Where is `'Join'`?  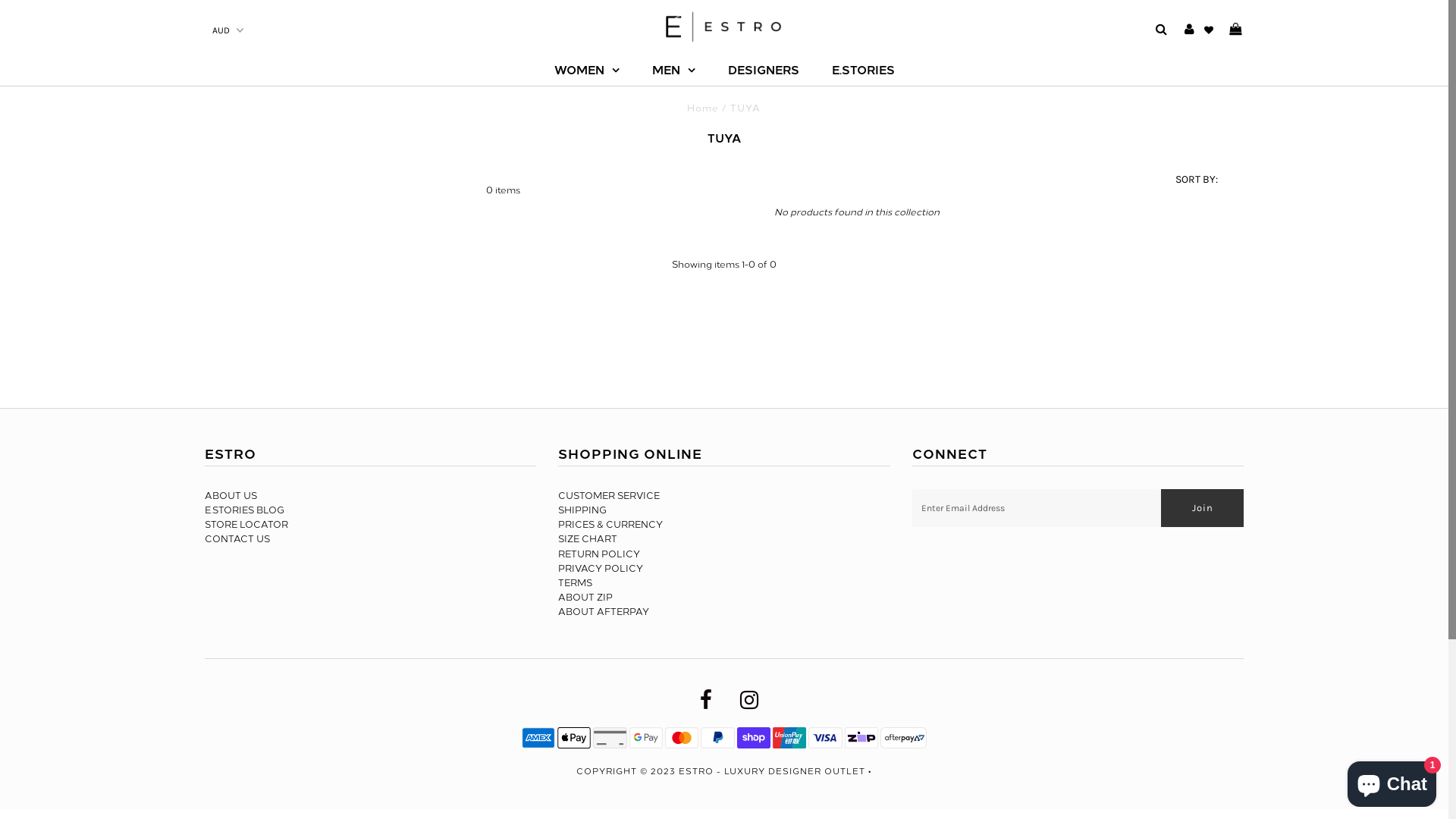 'Join' is located at coordinates (1201, 508).